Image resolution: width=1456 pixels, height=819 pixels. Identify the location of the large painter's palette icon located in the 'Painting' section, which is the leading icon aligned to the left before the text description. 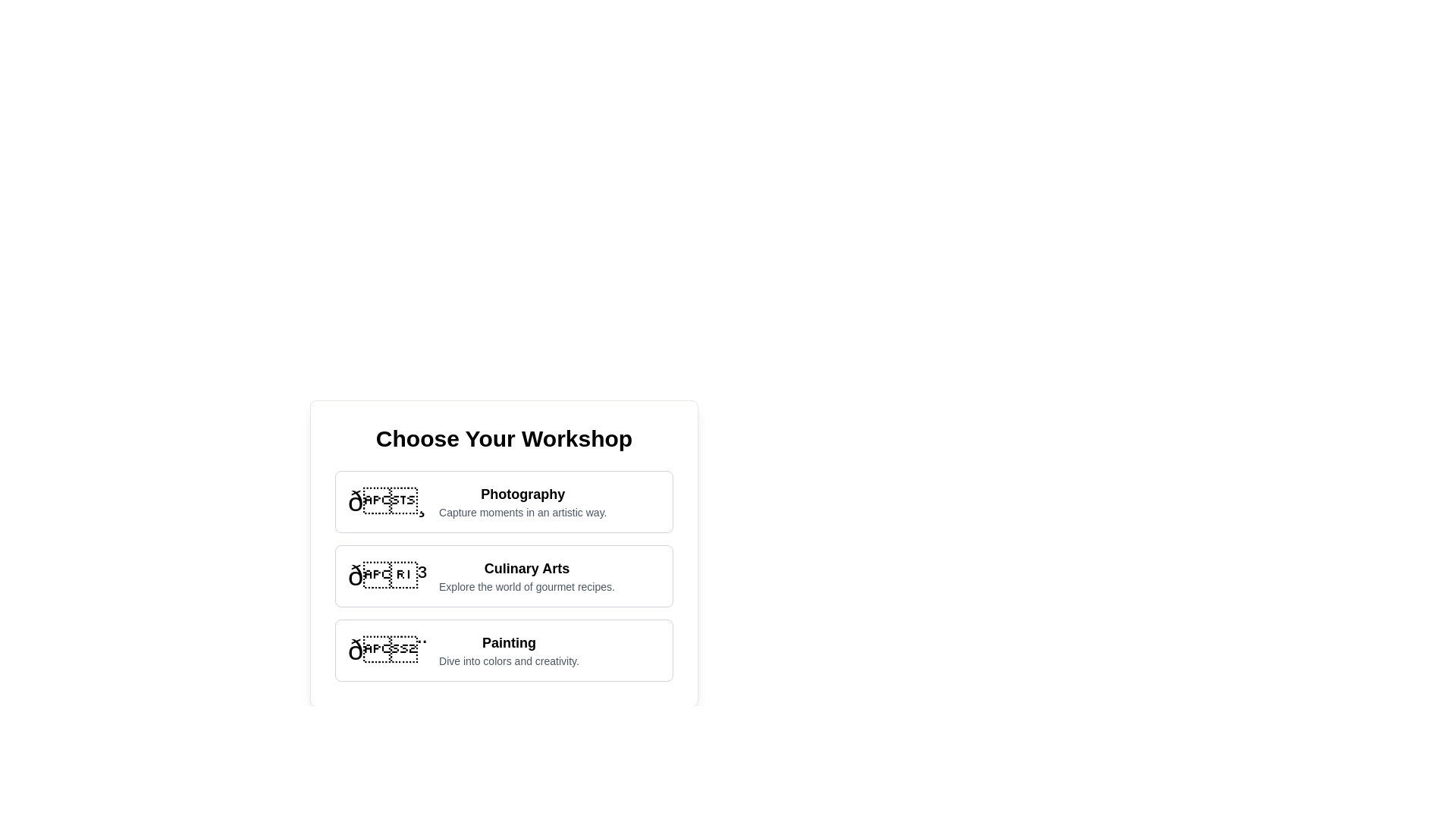
(388, 649).